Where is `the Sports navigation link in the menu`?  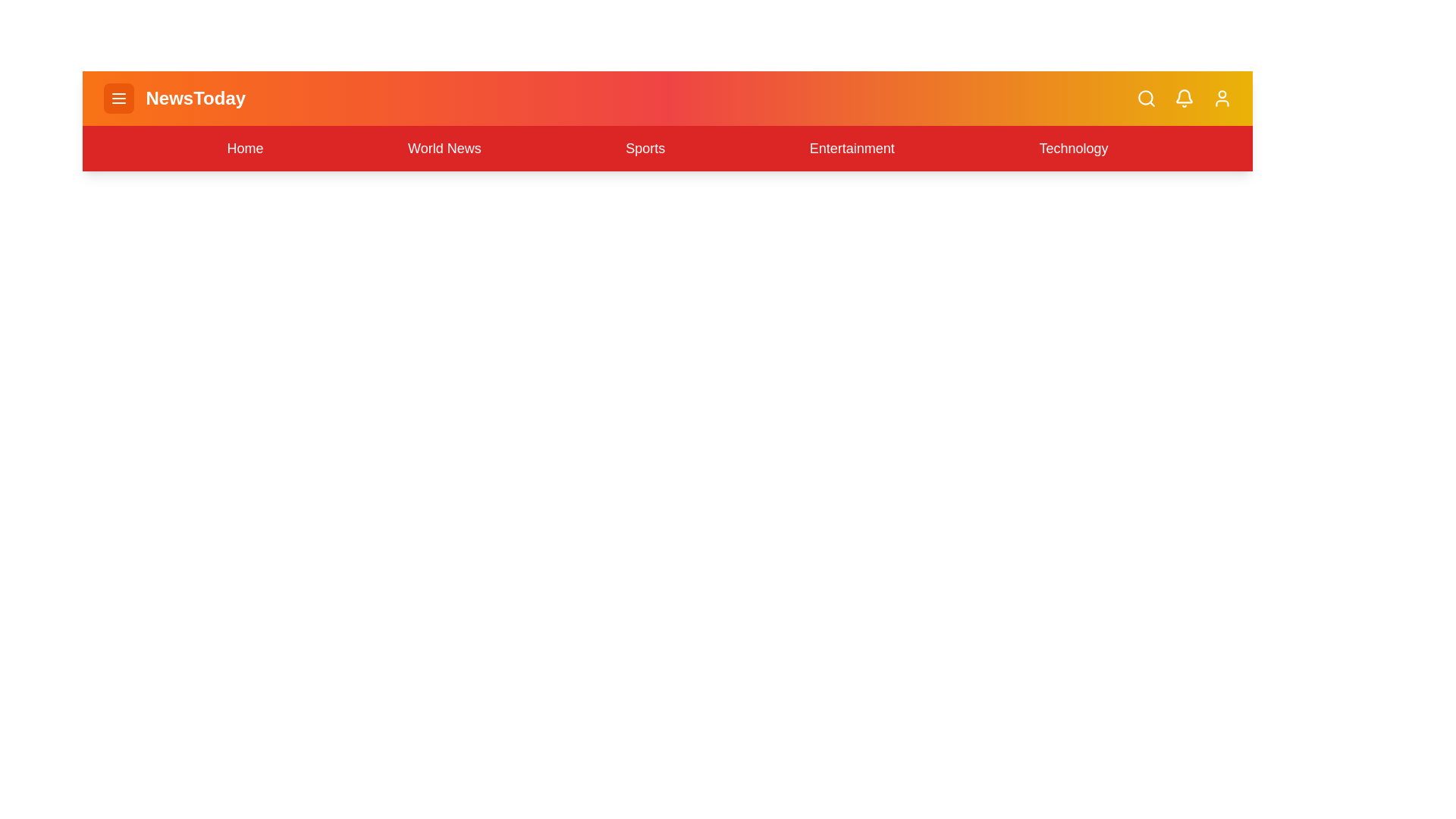 the Sports navigation link in the menu is located at coordinates (645, 149).